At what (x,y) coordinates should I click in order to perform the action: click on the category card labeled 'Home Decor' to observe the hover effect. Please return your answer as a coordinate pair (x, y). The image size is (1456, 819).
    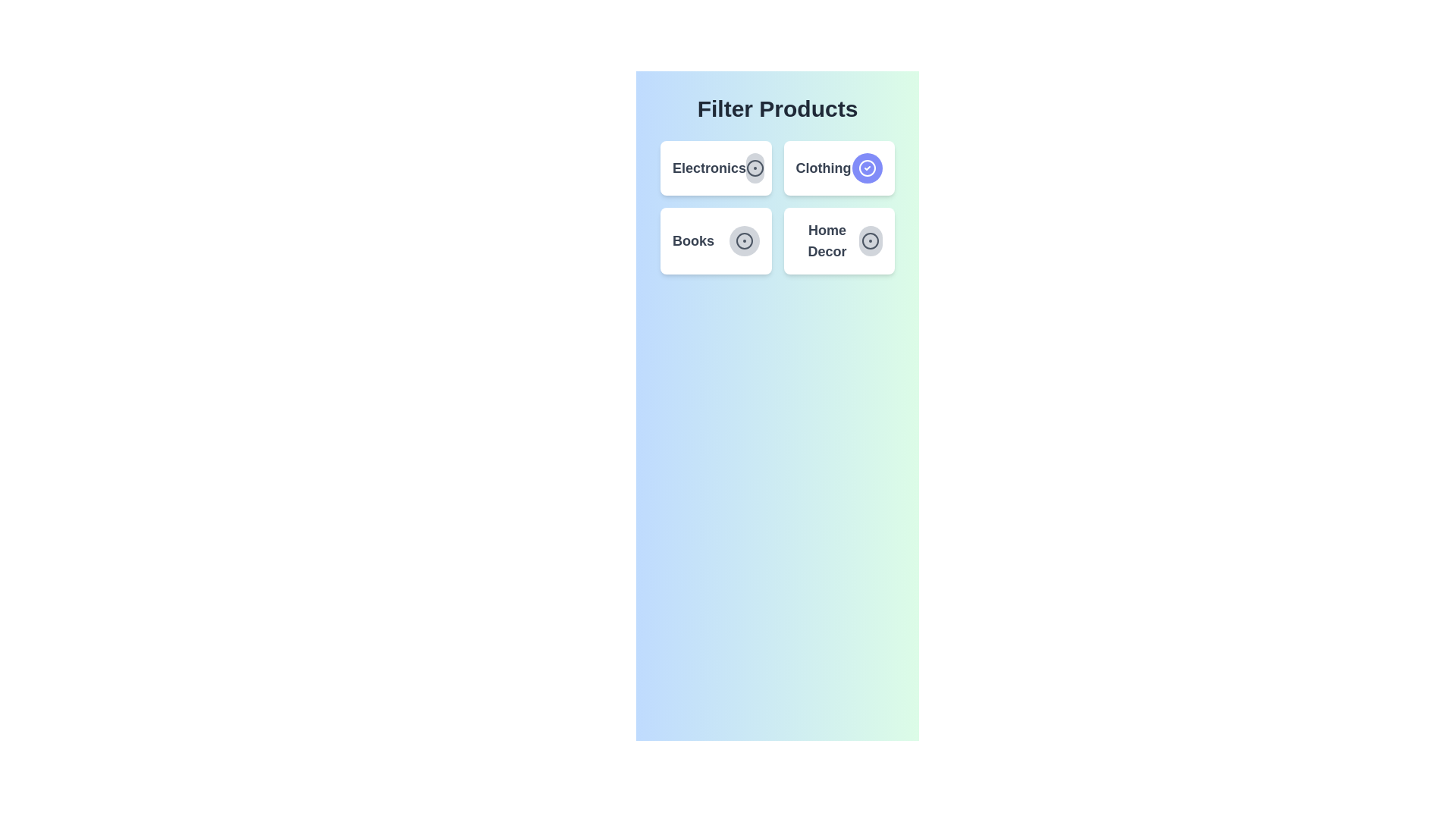
    Looking at the image, I should click on (838, 240).